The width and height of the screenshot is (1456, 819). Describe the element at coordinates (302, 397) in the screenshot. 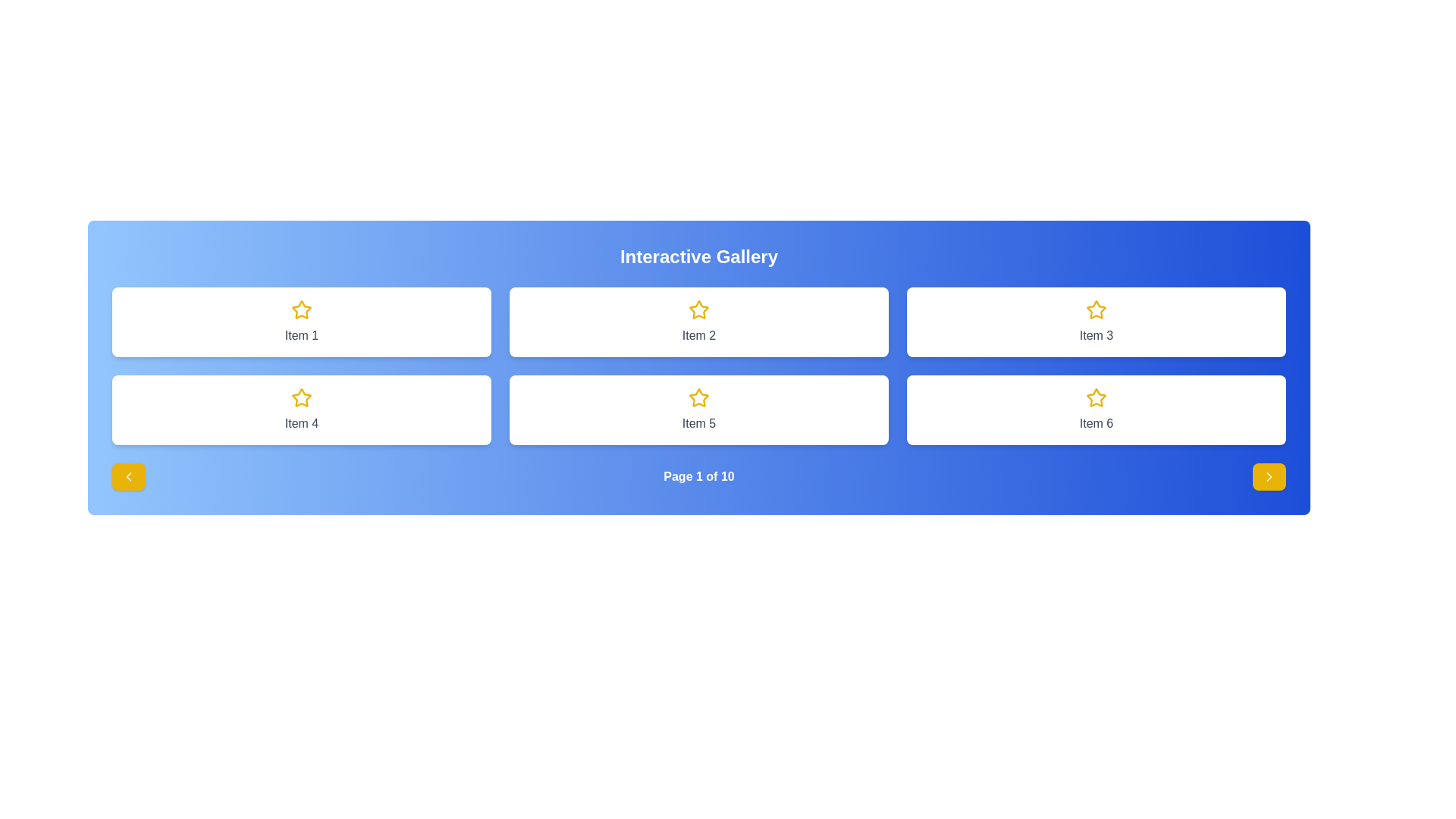

I see `the graphical representation of the rating star located in the fourth item of a grid layout` at that location.